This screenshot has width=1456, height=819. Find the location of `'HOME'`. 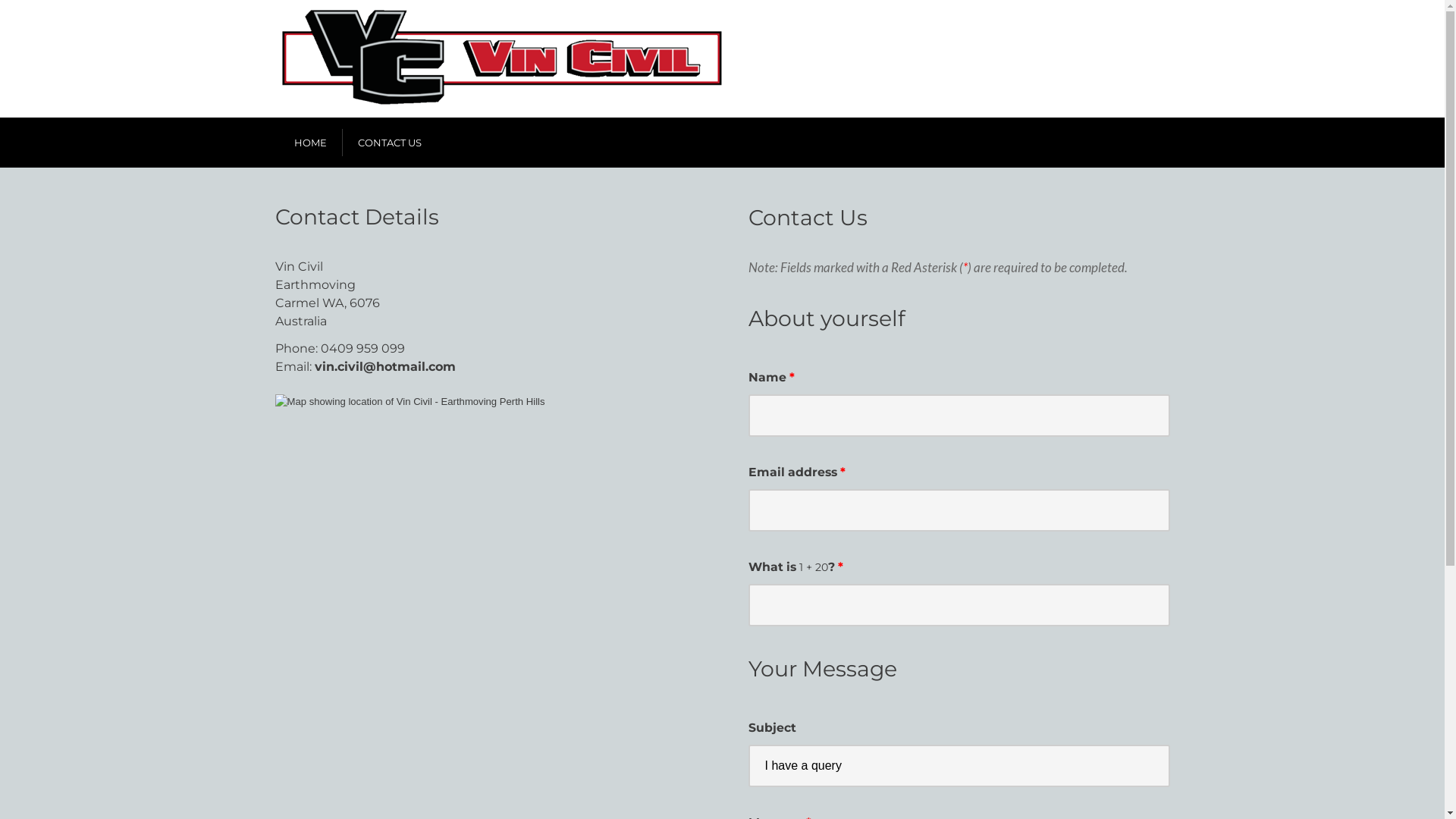

'HOME' is located at coordinates (309, 143).